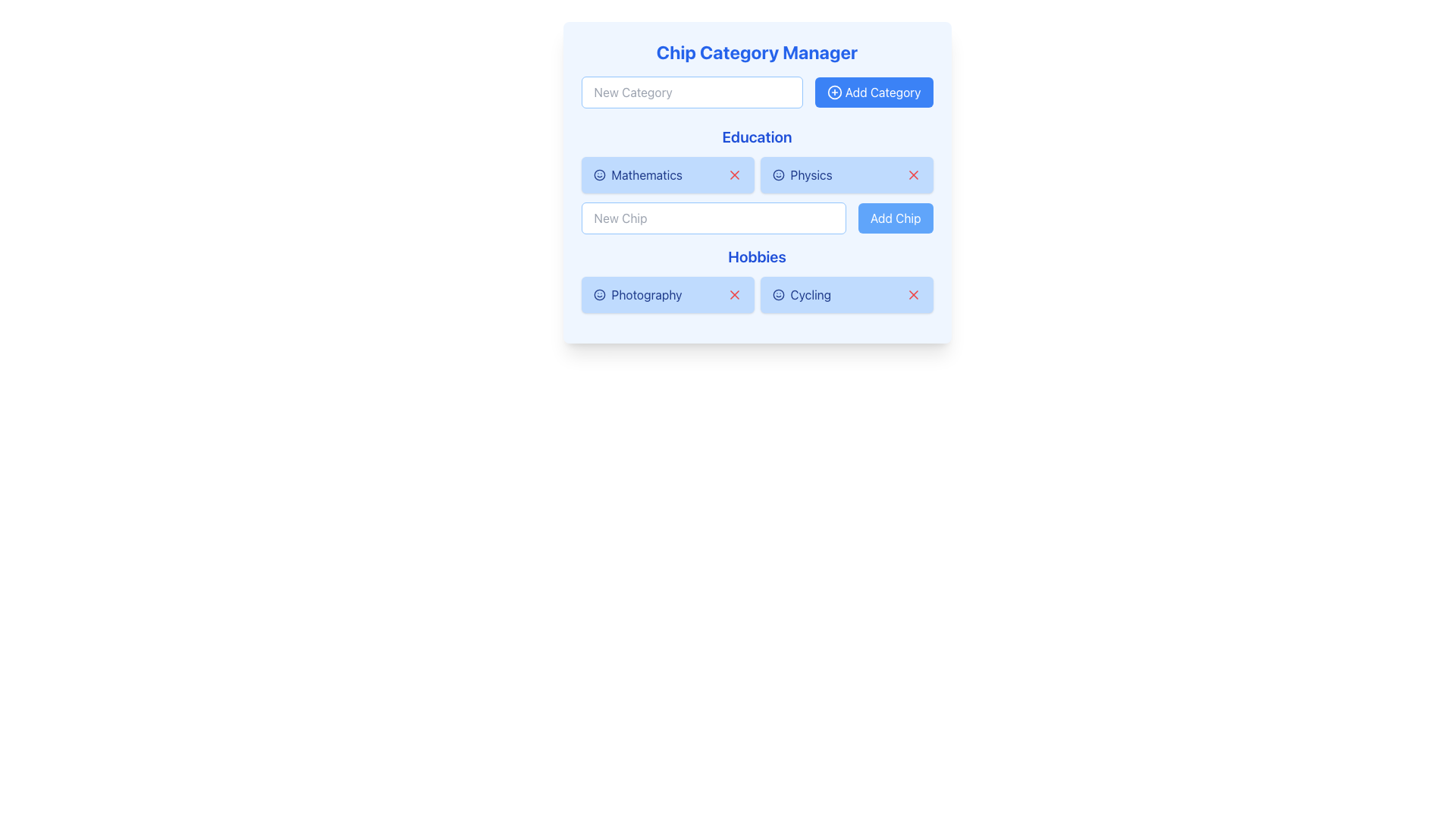 The width and height of the screenshot is (1456, 819). What do you see at coordinates (912, 295) in the screenshot?
I see `the delete icon positioned at the bottom-right corner of the 'Cycling' card under the 'Hobbies' section` at bounding box center [912, 295].